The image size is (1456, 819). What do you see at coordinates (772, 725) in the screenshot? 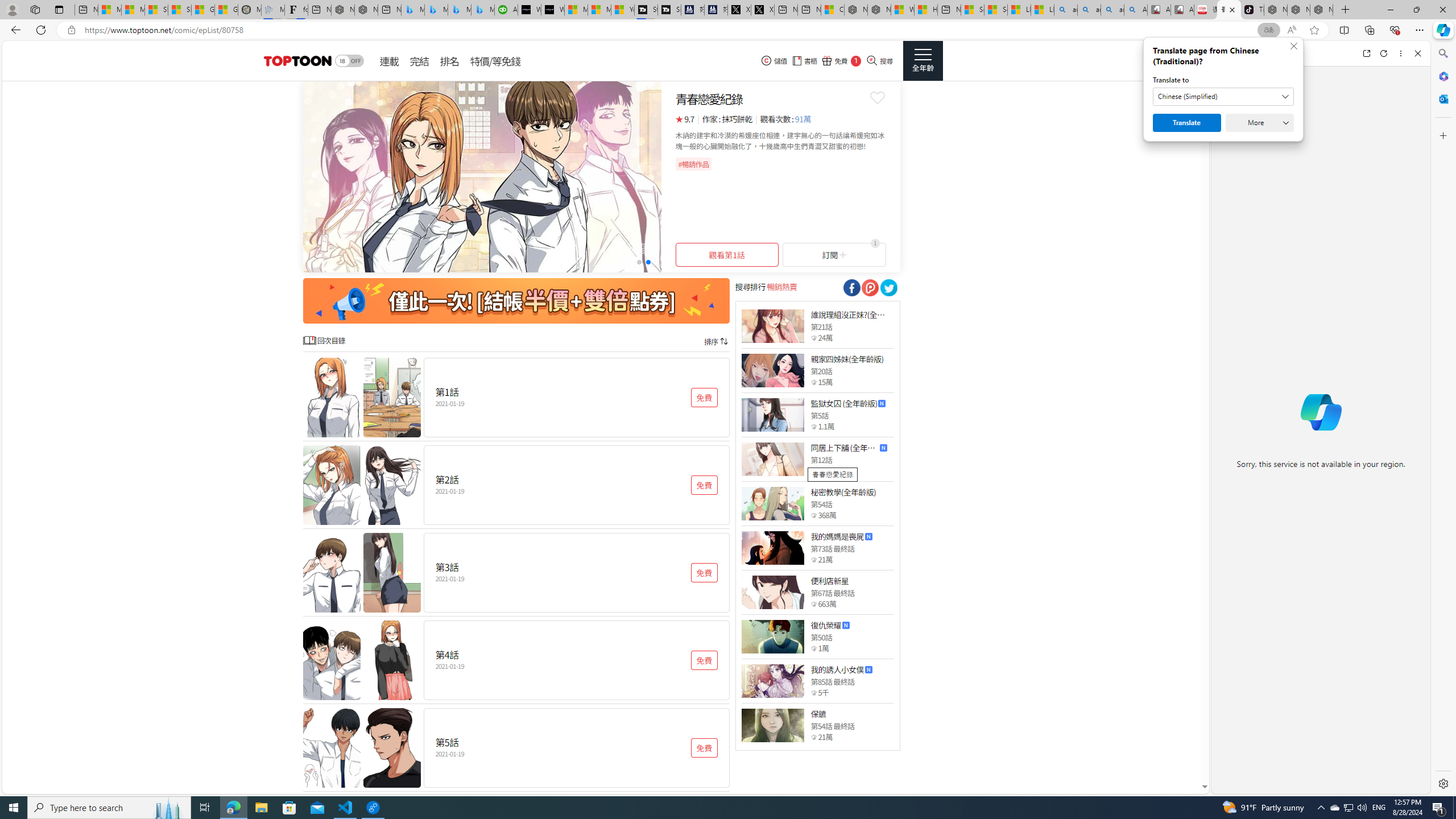
I see `'Class: thumb_img'` at bounding box center [772, 725].